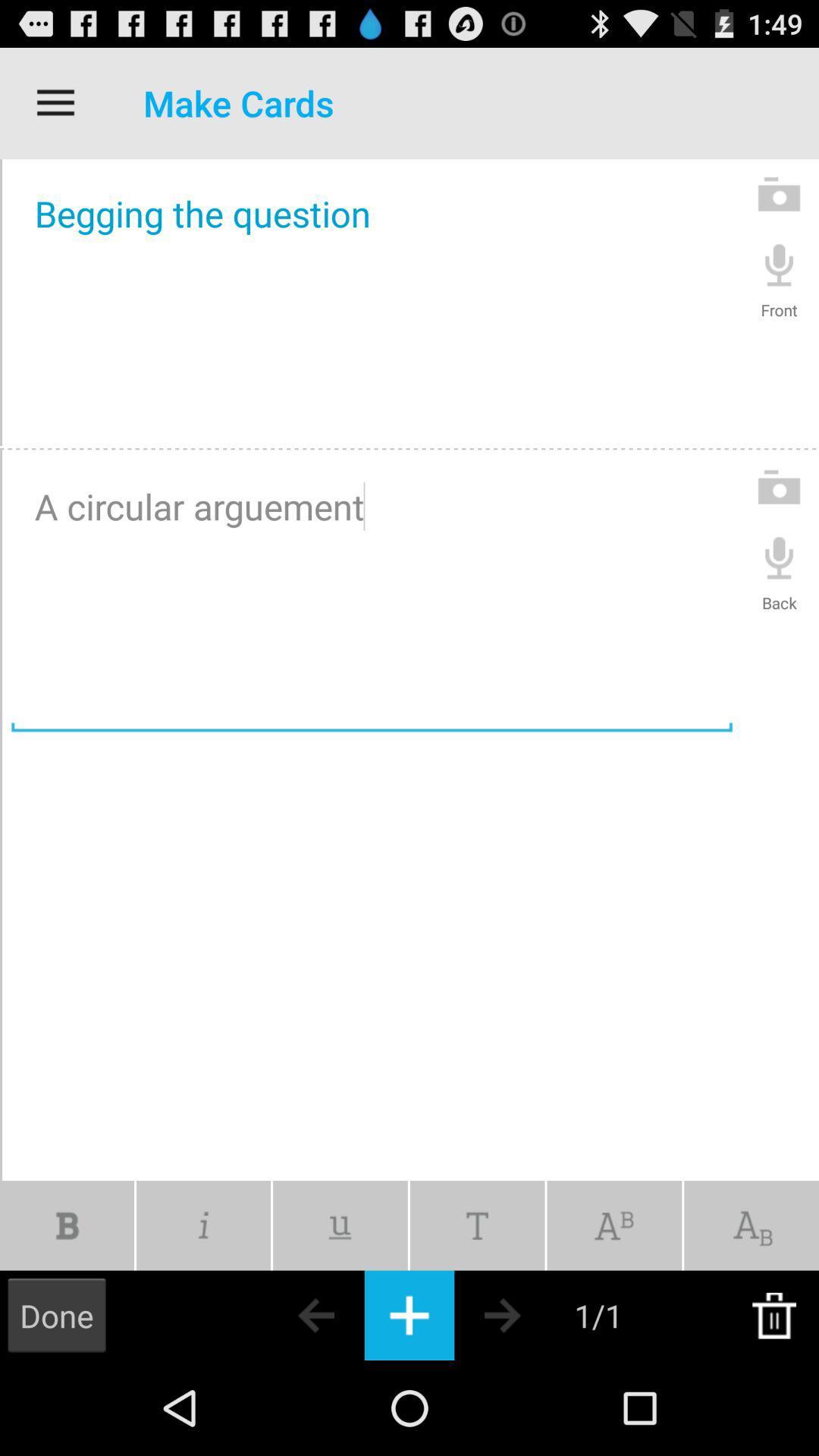 This screenshot has width=819, height=1456. I want to click on the done icon, so click(55, 1314).